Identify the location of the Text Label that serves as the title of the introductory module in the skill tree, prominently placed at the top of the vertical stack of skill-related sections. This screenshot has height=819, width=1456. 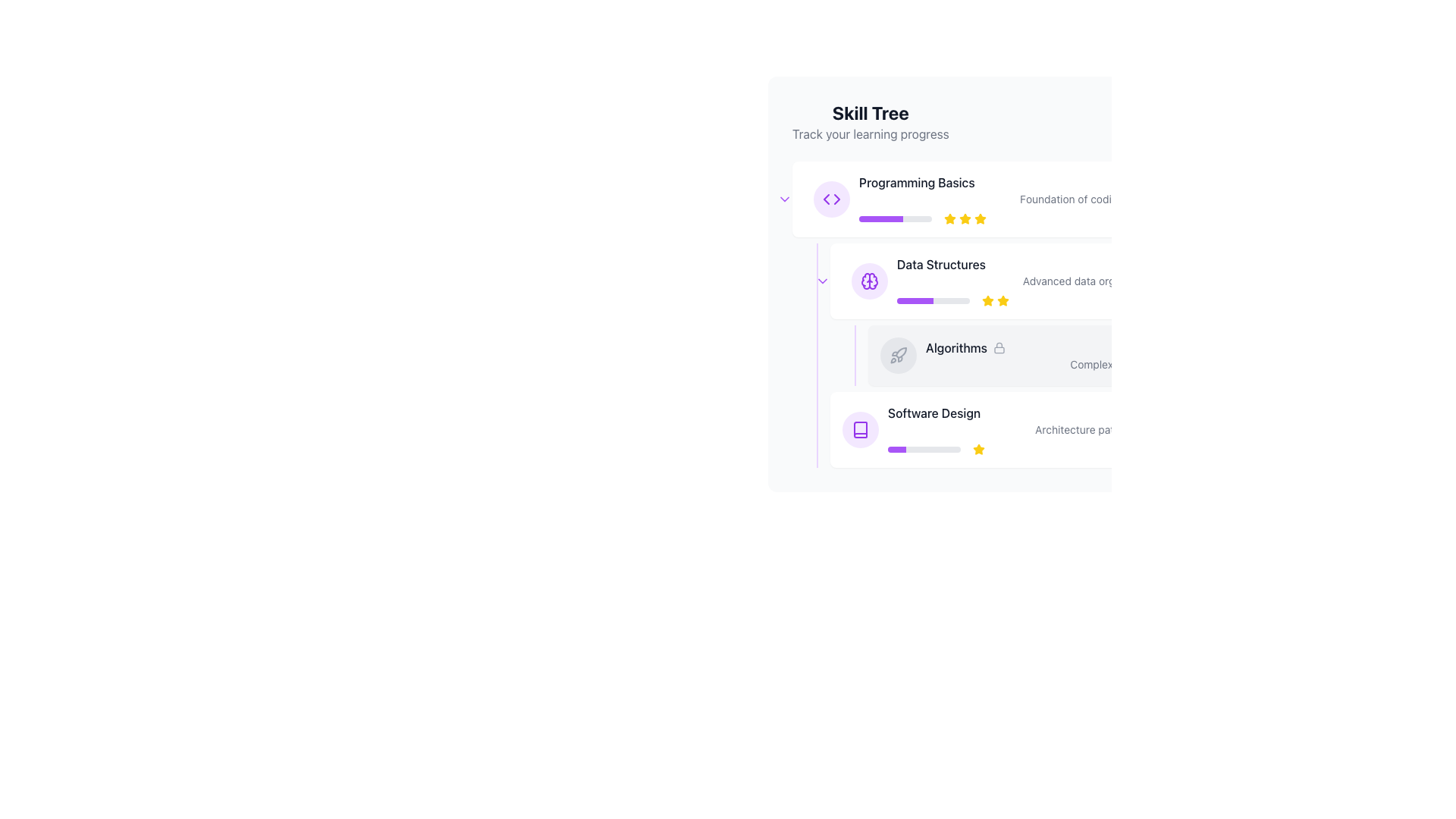
(916, 181).